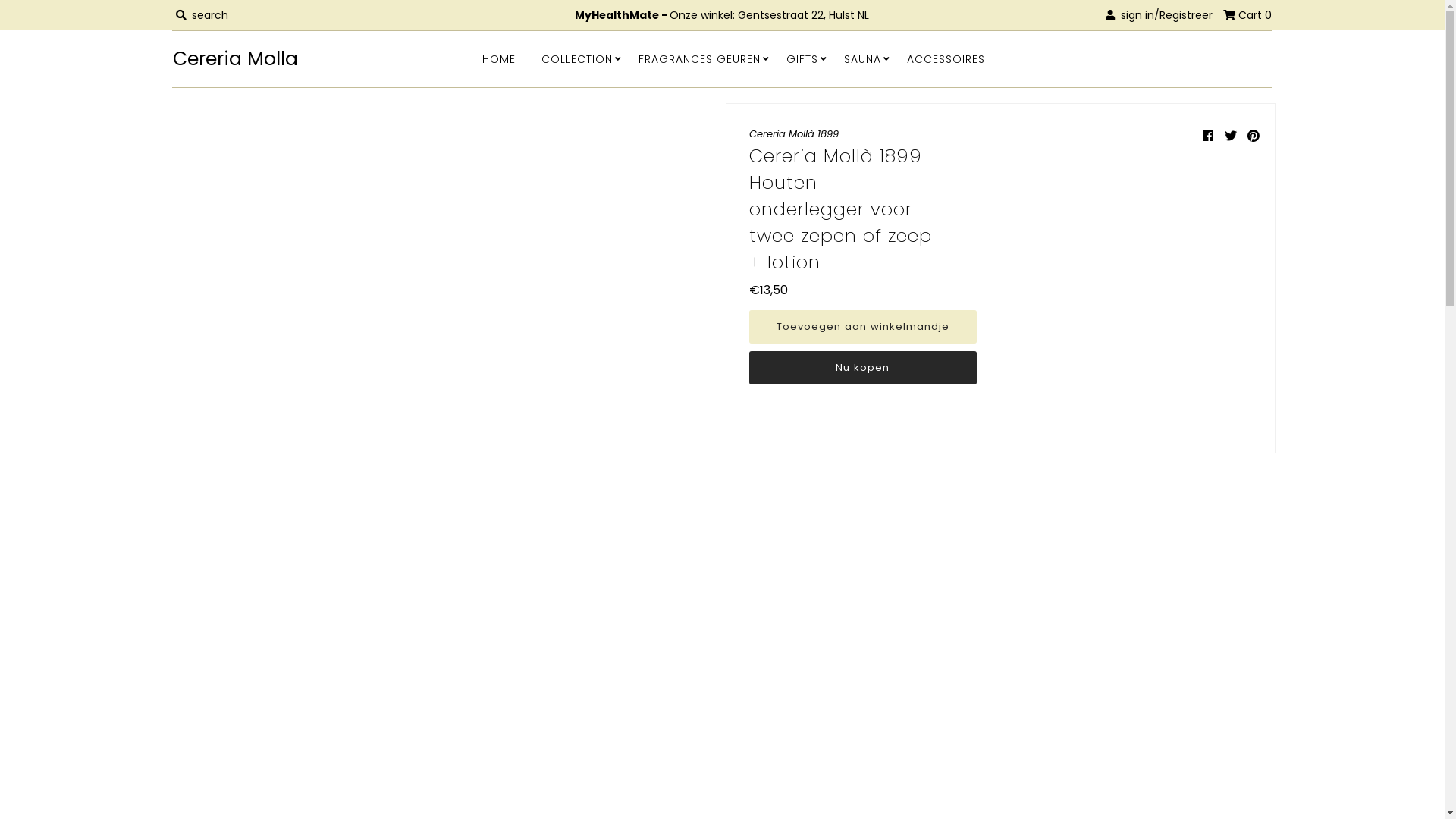 The width and height of the screenshot is (1456, 819). What do you see at coordinates (862, 58) in the screenshot?
I see `'SAUNA'` at bounding box center [862, 58].